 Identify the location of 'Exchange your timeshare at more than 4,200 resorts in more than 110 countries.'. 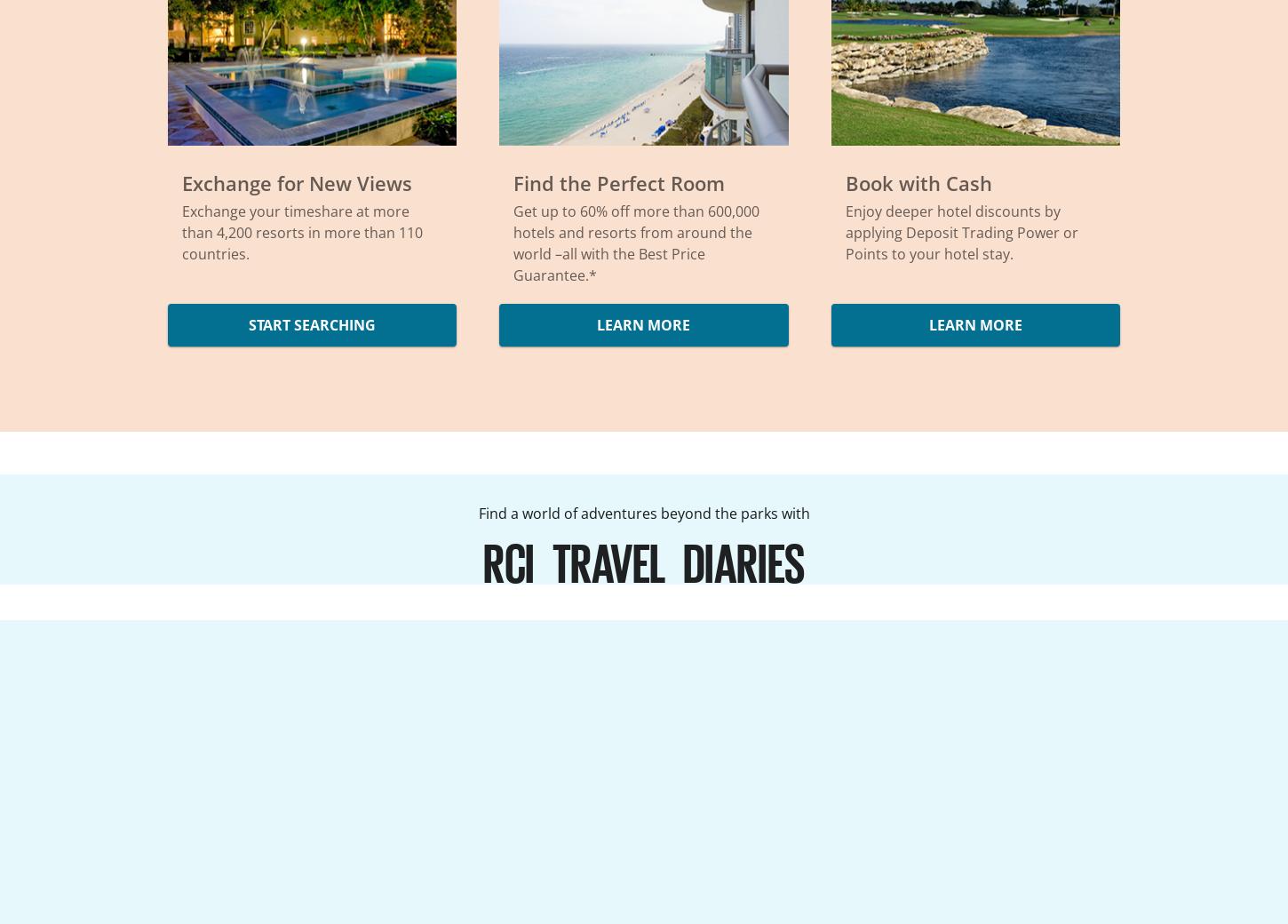
(302, 231).